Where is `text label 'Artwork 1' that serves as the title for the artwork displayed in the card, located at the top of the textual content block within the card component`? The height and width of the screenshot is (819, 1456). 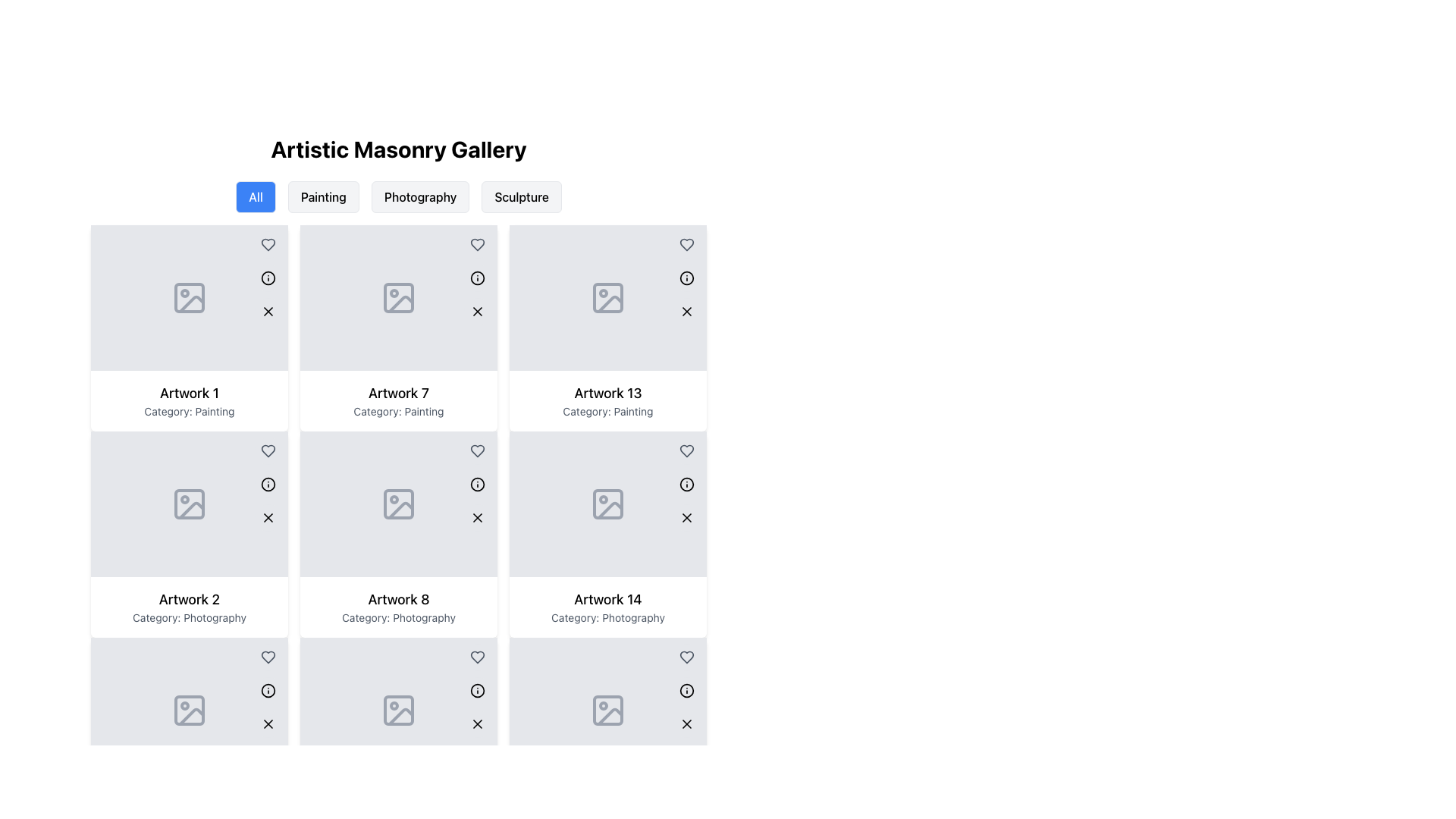 text label 'Artwork 1' that serves as the title for the artwork displayed in the card, located at the top of the textual content block within the card component is located at coordinates (188, 393).